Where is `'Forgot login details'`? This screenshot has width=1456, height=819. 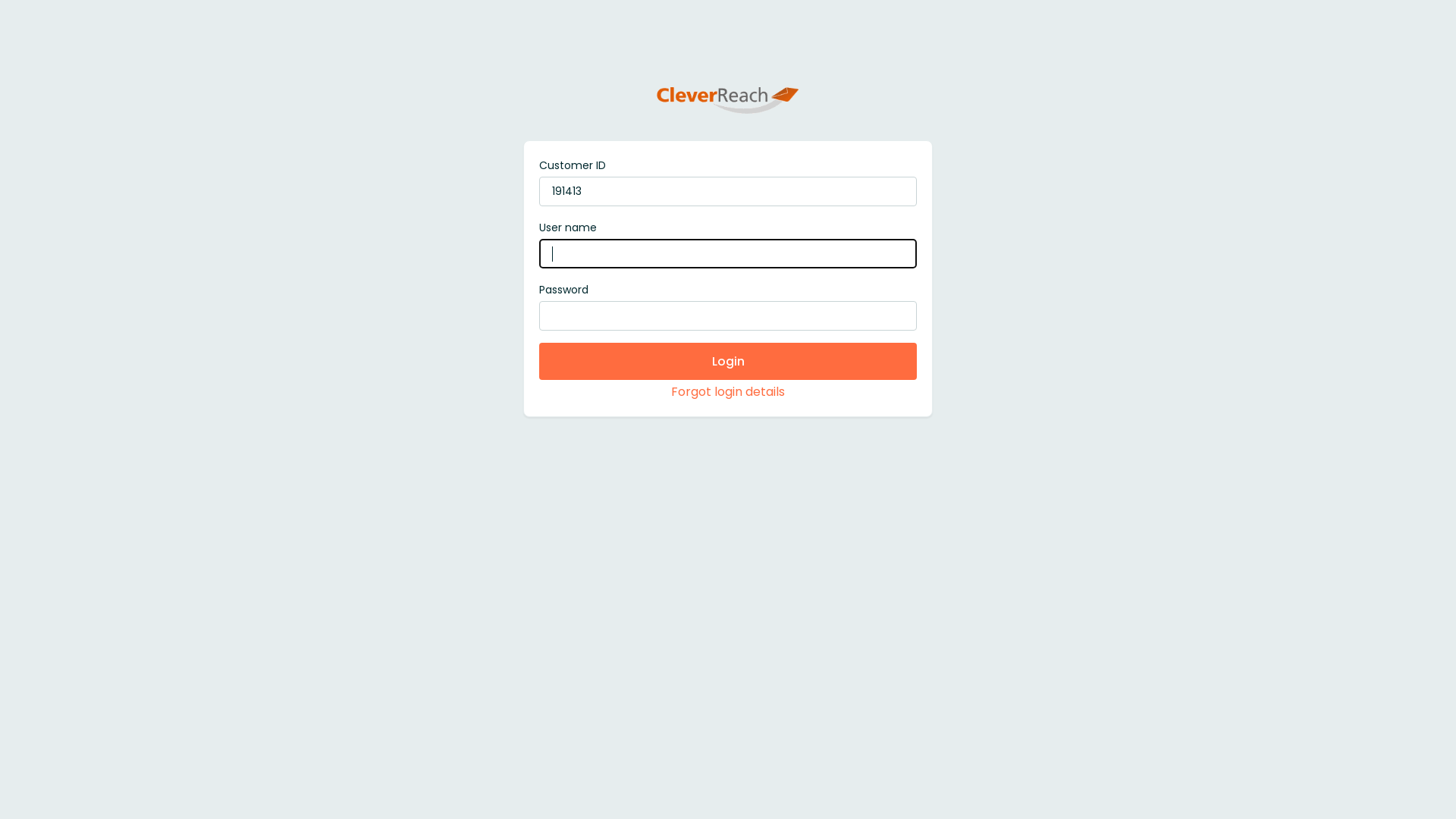
'Forgot login details' is located at coordinates (728, 391).